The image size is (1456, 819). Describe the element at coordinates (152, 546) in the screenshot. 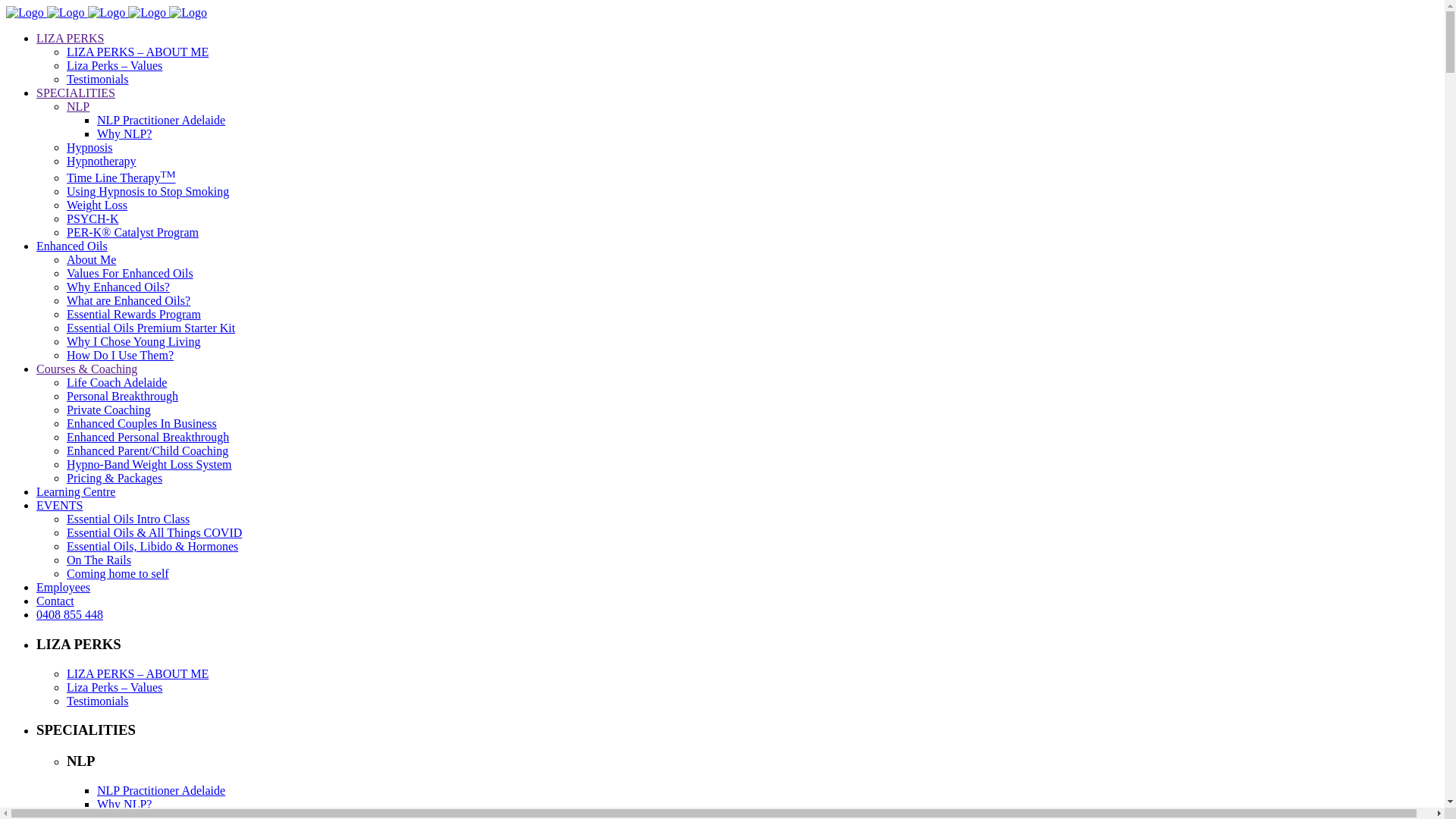

I see `'Essential Oils, Libido & Hormones'` at that location.